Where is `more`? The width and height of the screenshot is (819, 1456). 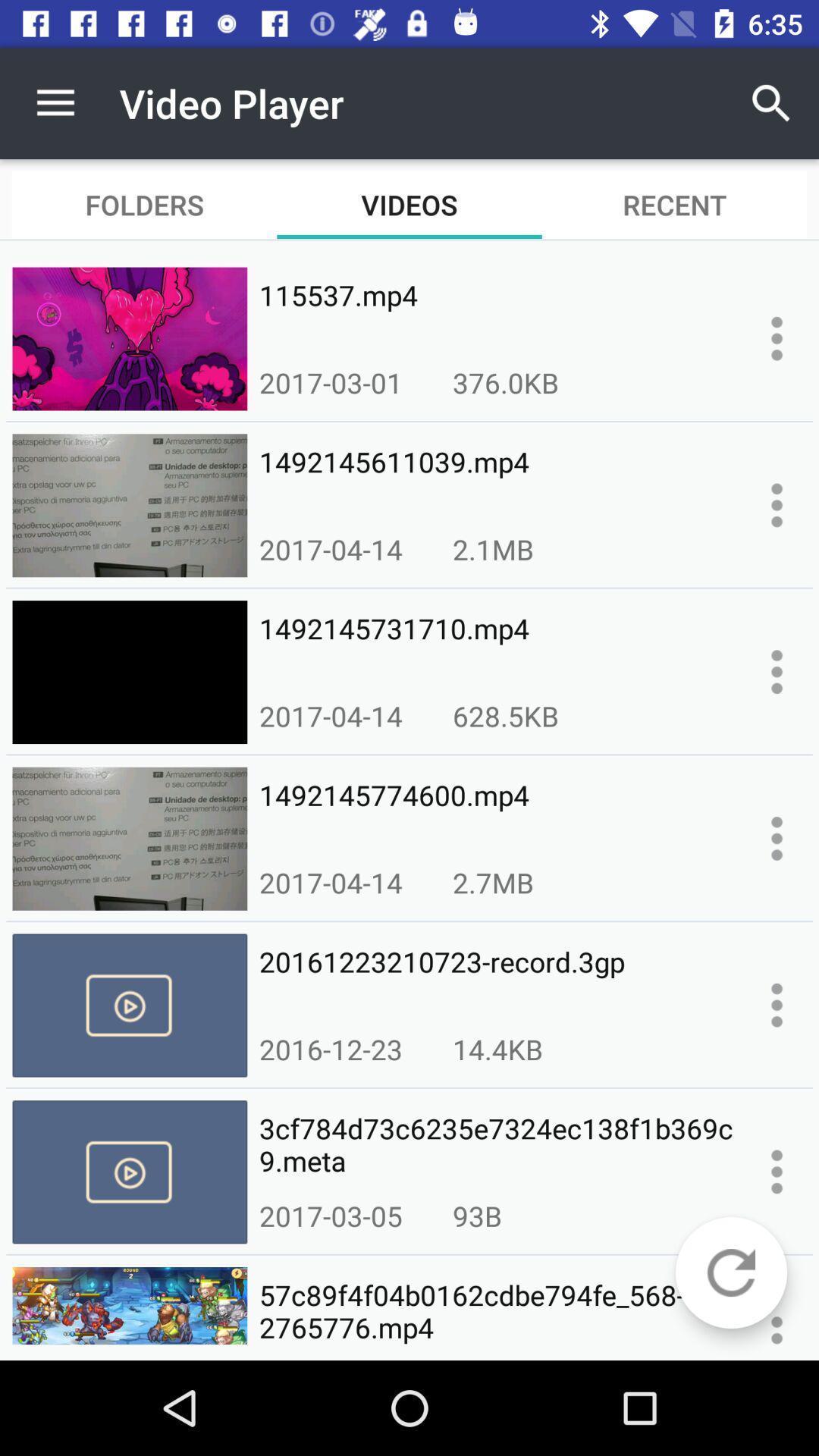
more is located at coordinates (777, 837).